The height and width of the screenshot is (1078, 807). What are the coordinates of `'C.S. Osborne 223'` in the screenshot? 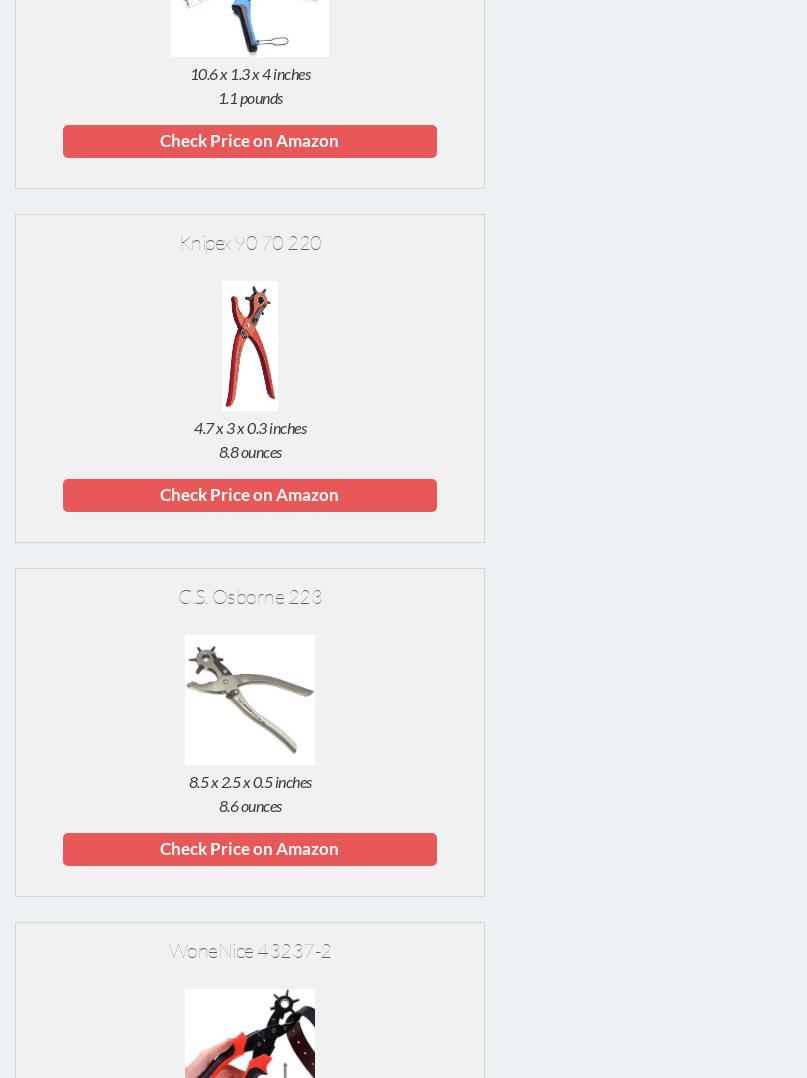 It's located at (249, 596).